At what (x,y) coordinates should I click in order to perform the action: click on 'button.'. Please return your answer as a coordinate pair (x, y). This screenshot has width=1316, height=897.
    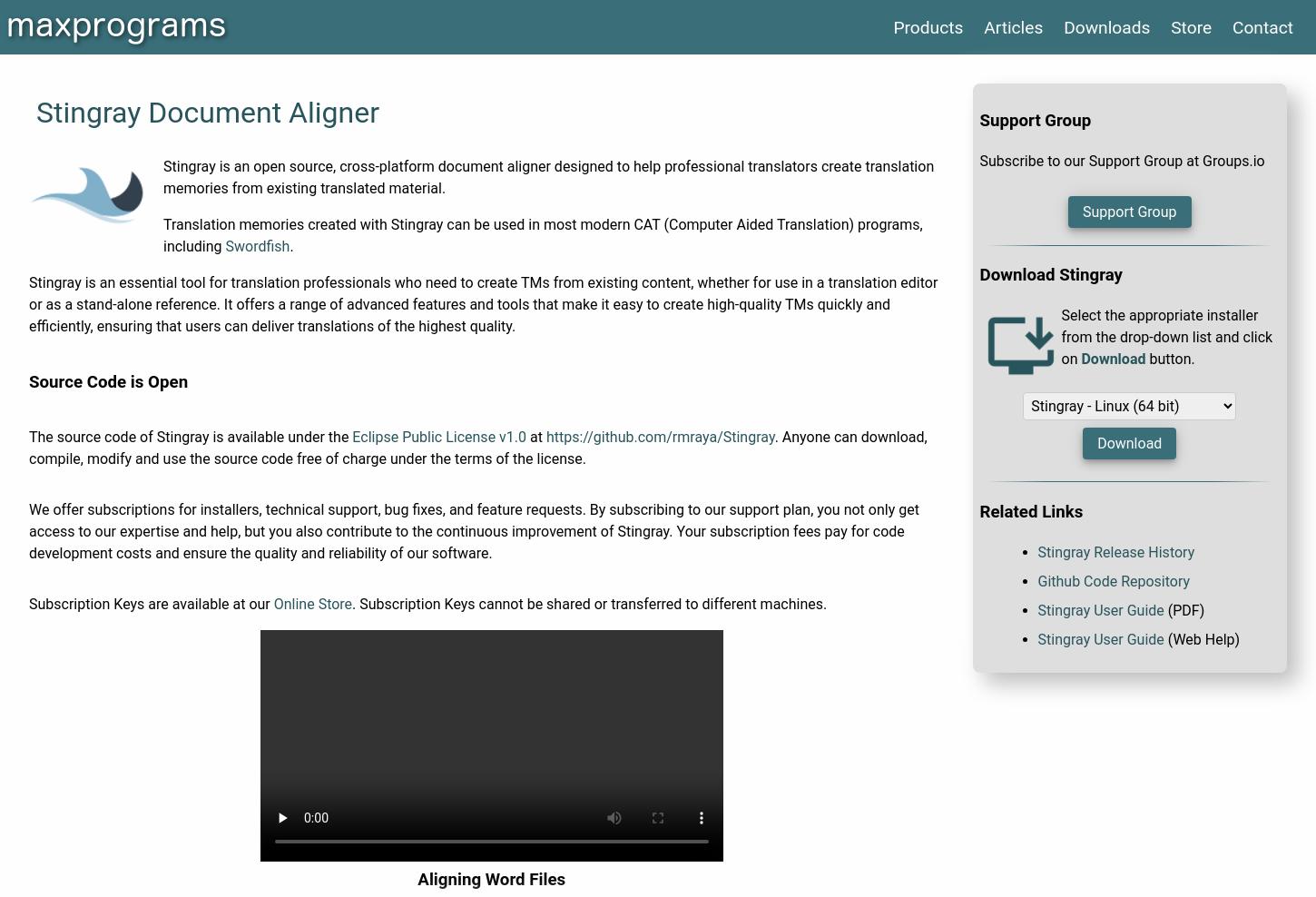
    Looking at the image, I should click on (1170, 358).